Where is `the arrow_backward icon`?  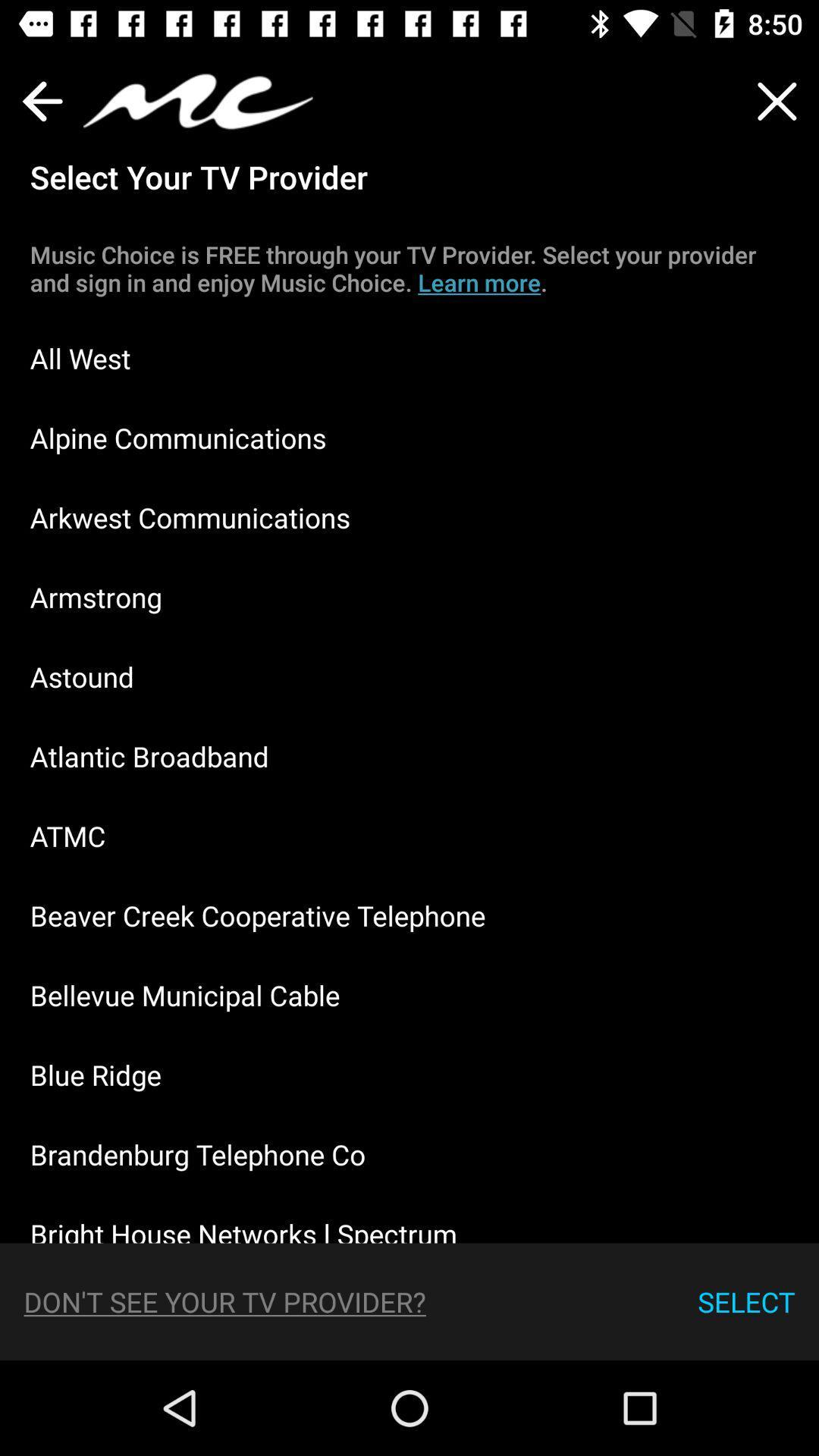
the arrow_backward icon is located at coordinates (41, 100).